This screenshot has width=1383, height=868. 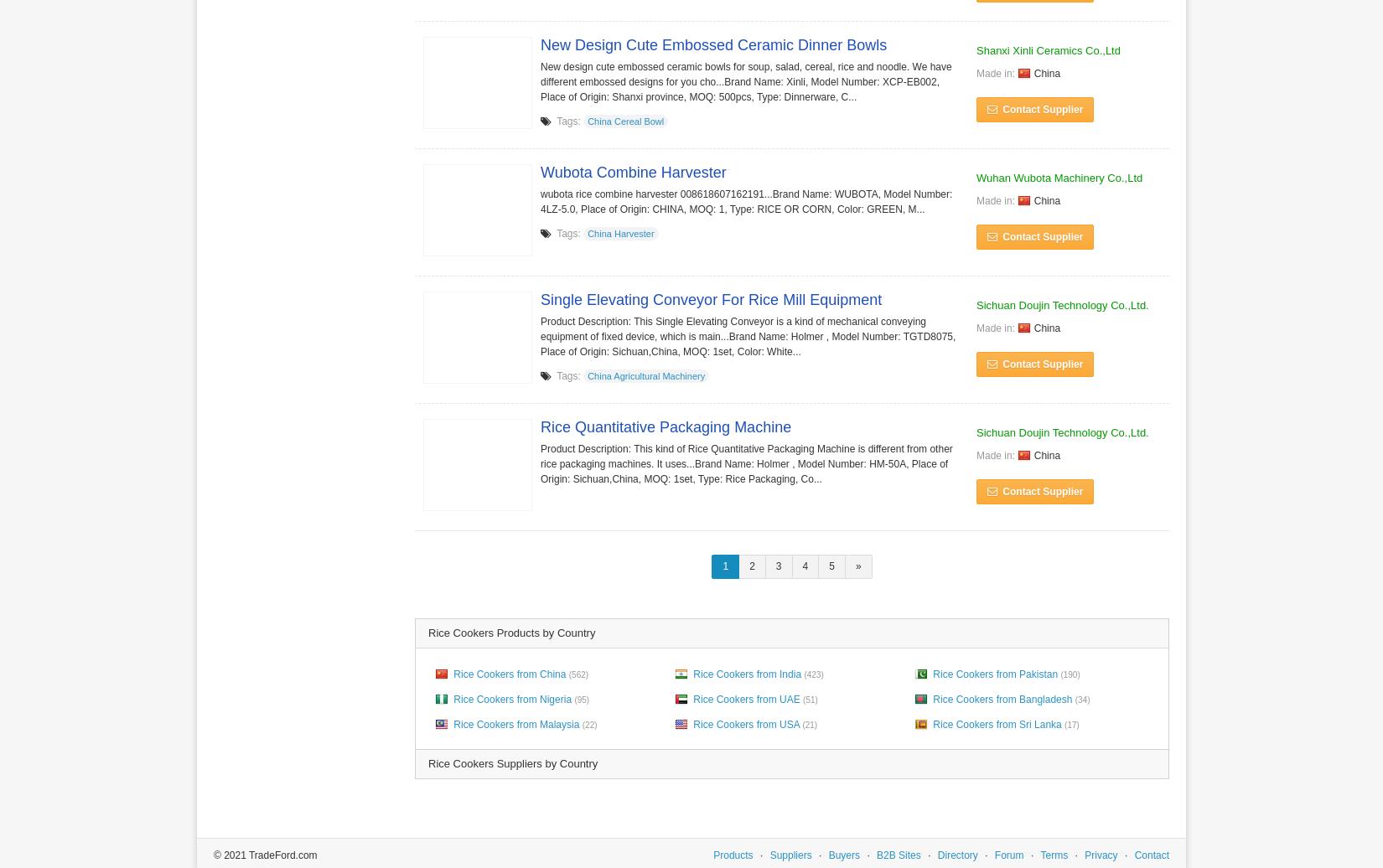 I want to click on 'China Agricultural Machinery', so click(x=586, y=376).